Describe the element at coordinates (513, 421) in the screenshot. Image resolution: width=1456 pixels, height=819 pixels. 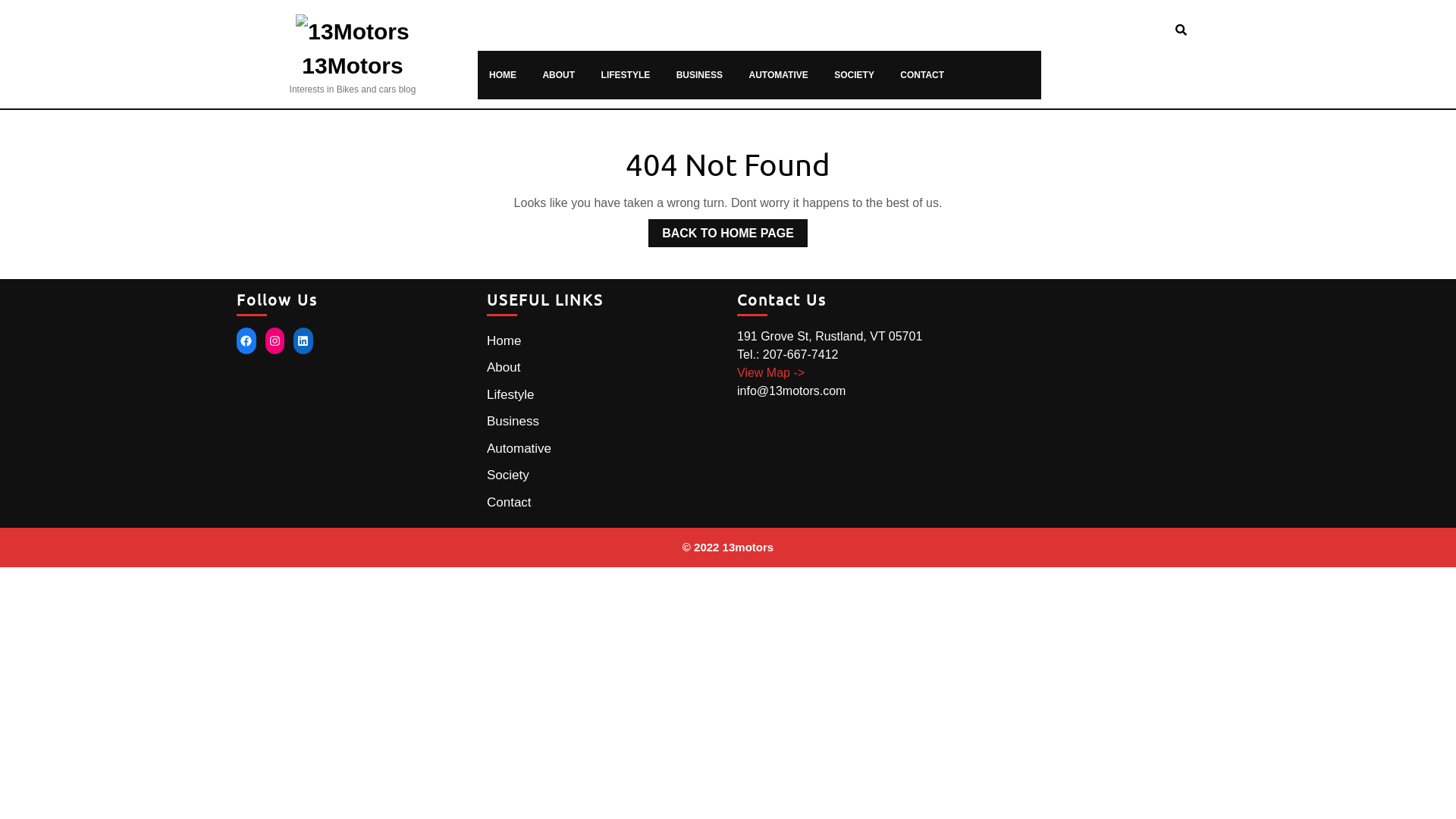
I see `'Business'` at that location.